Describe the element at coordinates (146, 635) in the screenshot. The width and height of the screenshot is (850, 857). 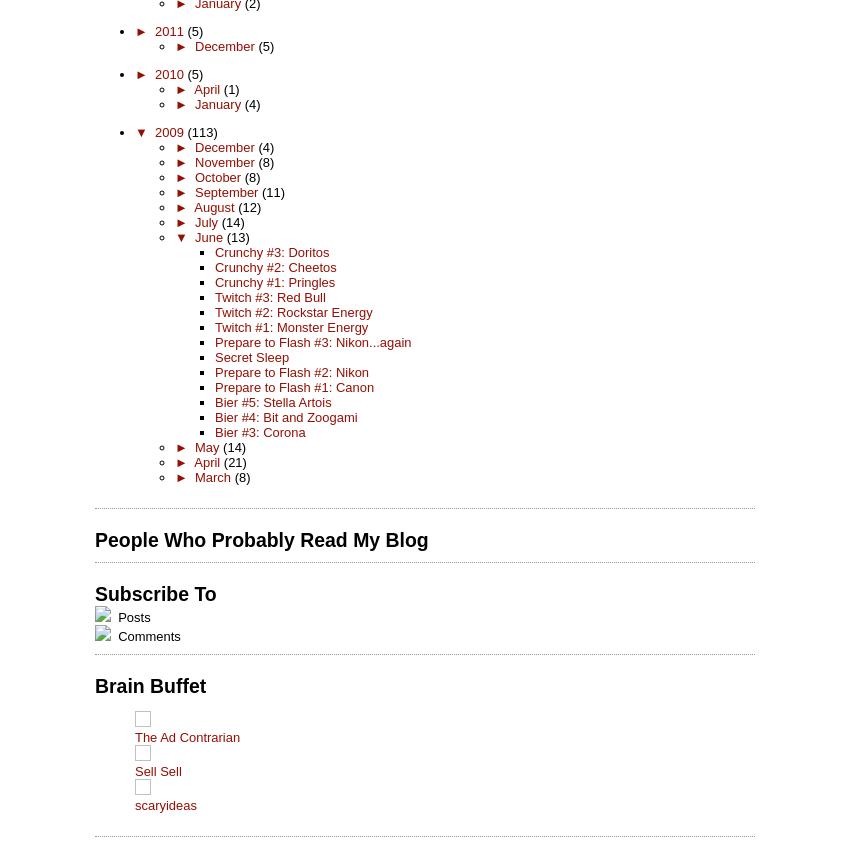
I see `'Comments'` at that location.